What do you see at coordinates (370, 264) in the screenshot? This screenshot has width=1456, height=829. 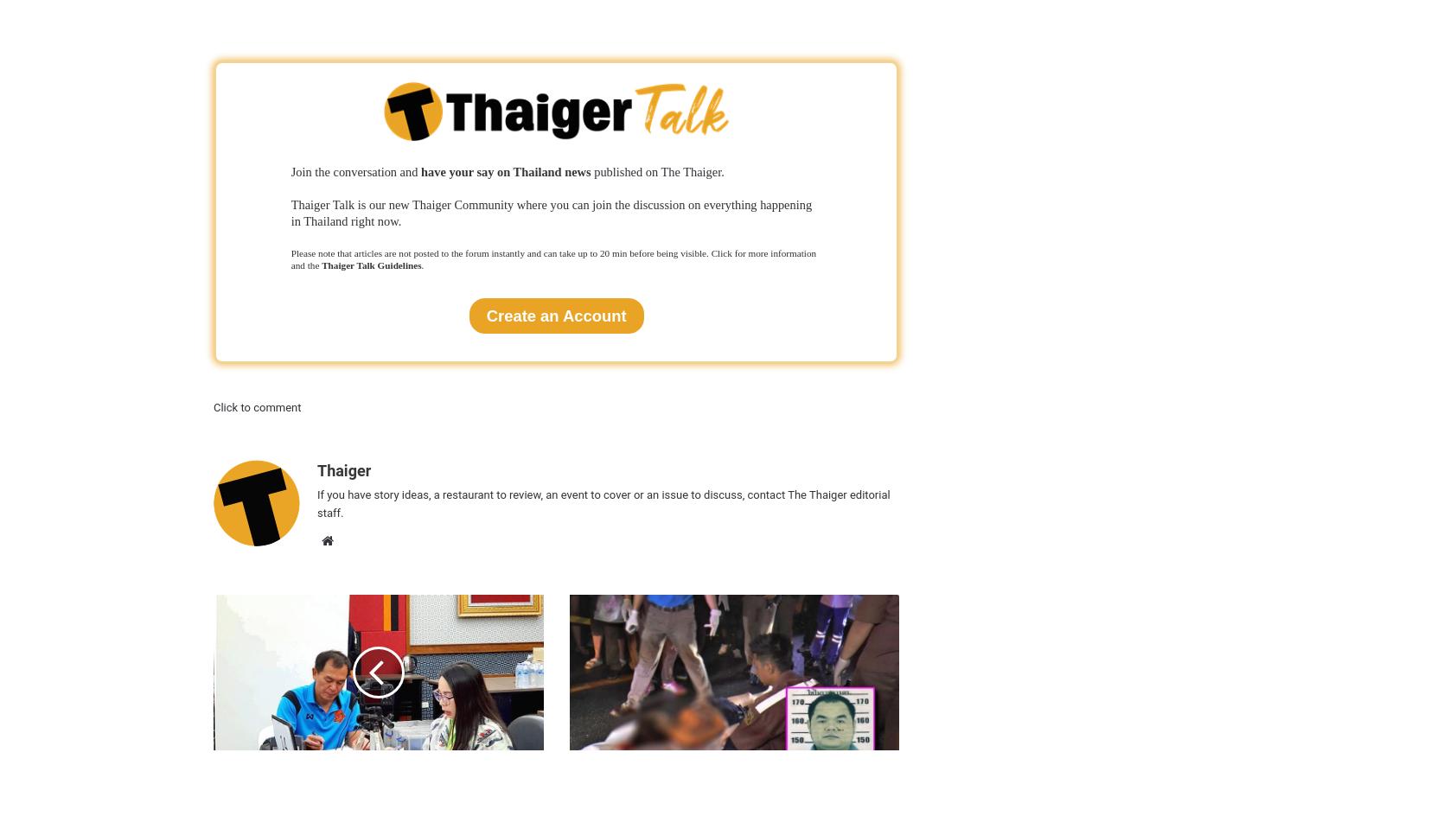 I see `'Thaiger Talk Guidelines'` at bounding box center [370, 264].